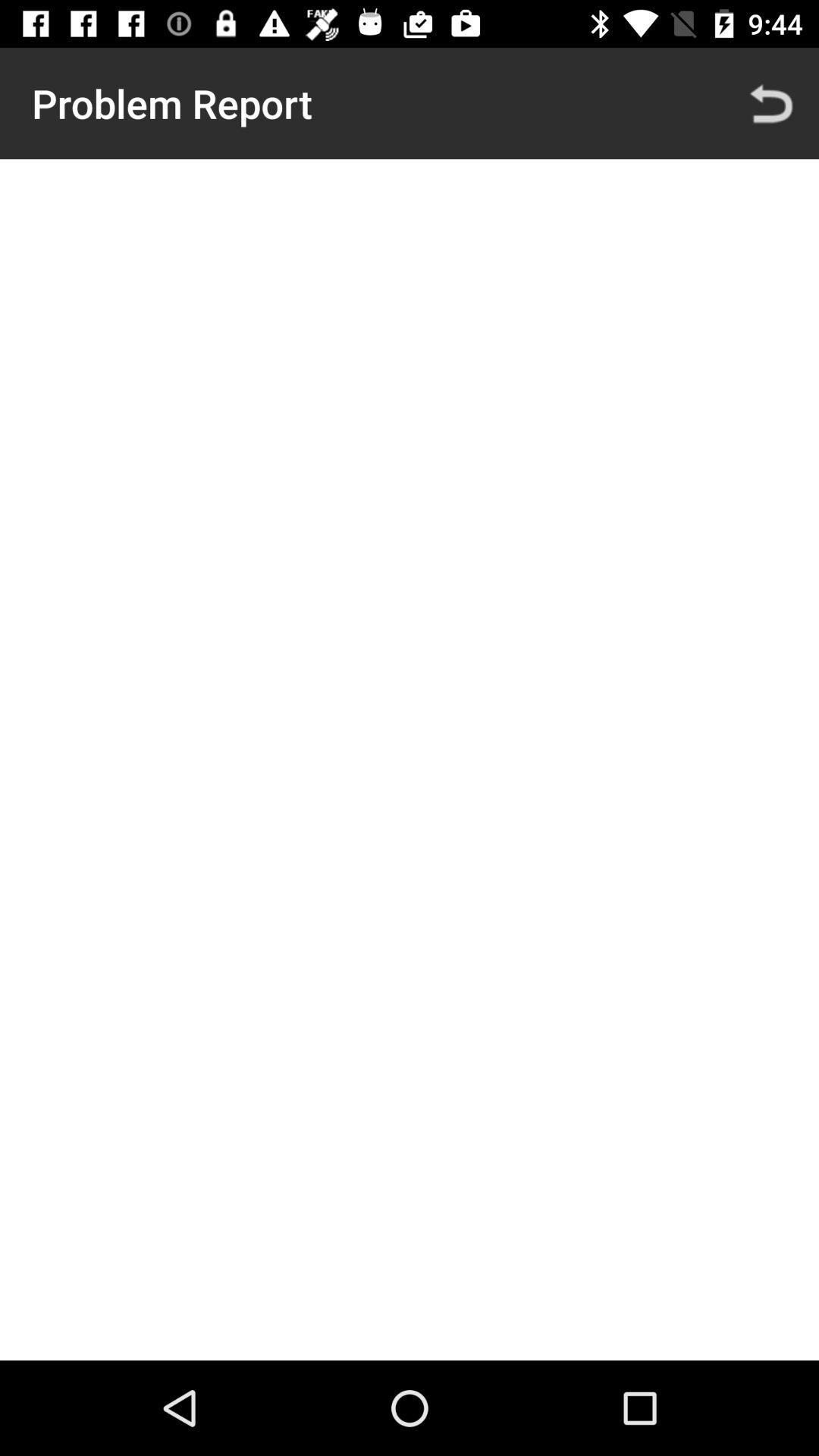 This screenshot has width=819, height=1456. What do you see at coordinates (771, 102) in the screenshot?
I see `icon next to problem report app` at bounding box center [771, 102].